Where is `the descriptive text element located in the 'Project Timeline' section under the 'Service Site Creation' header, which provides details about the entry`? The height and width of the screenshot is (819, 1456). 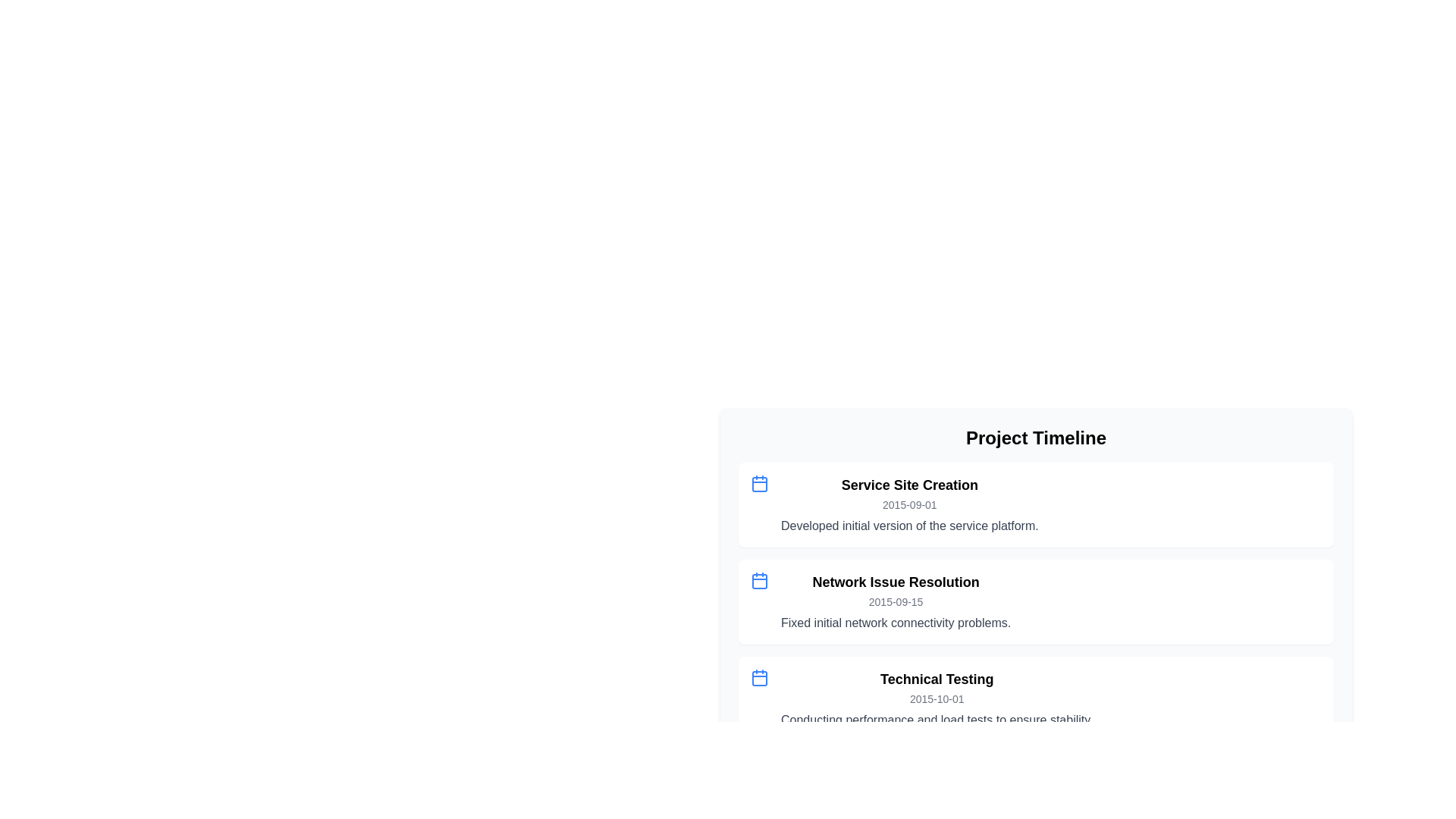
the descriptive text element located in the 'Project Timeline' section under the 'Service Site Creation' header, which provides details about the entry is located at coordinates (909, 526).